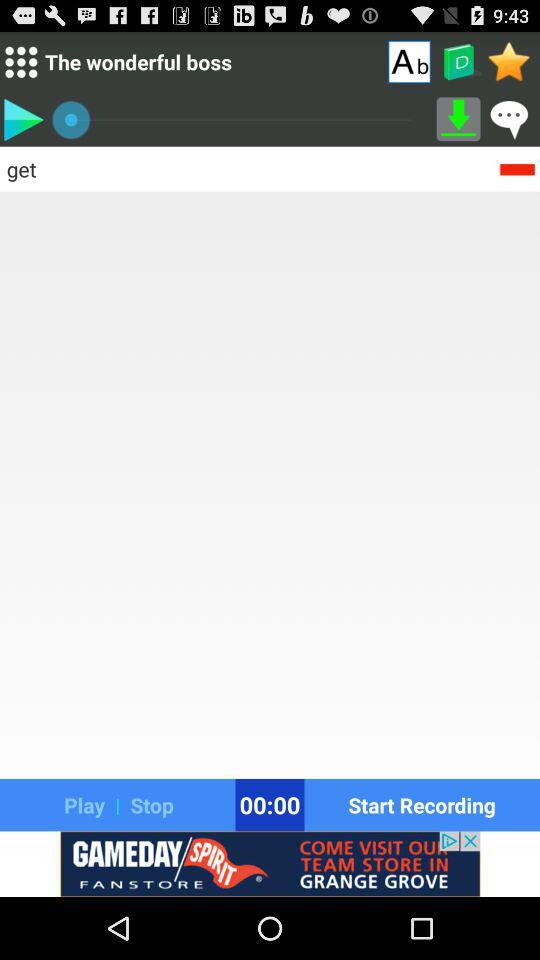 This screenshot has height=960, width=540. I want to click on advertisement, so click(270, 863).